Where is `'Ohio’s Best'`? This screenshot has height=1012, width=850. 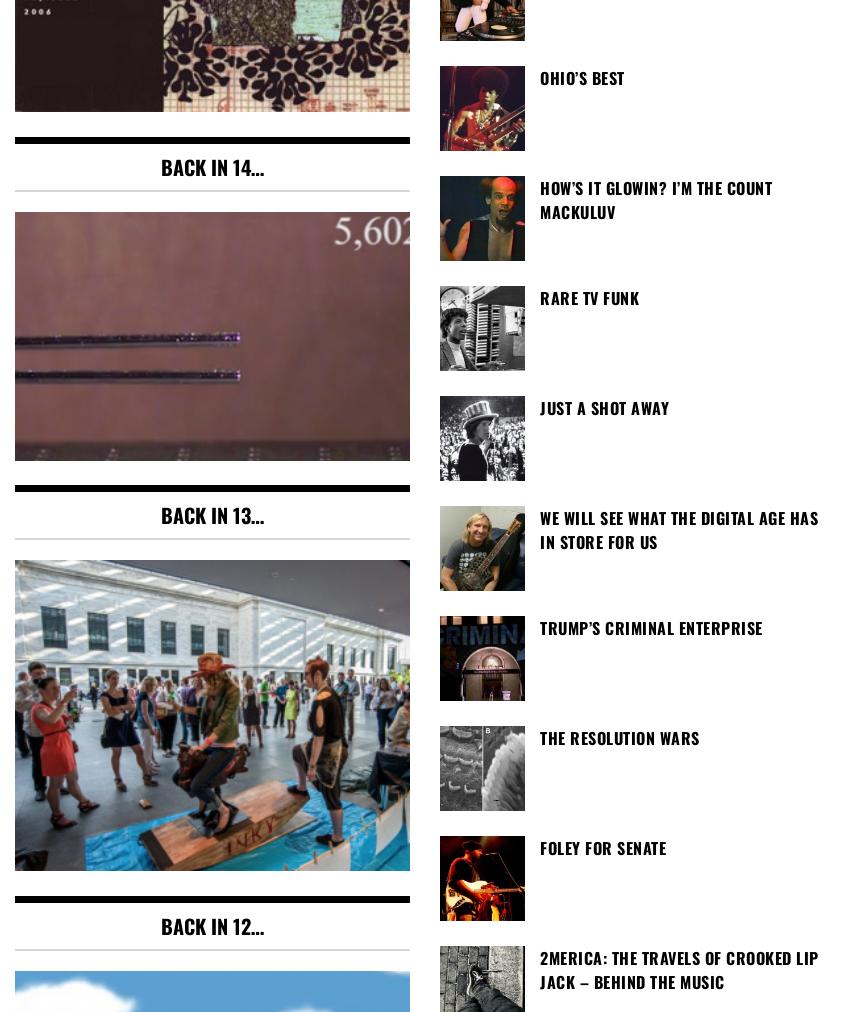 'Ohio’s Best' is located at coordinates (581, 76).